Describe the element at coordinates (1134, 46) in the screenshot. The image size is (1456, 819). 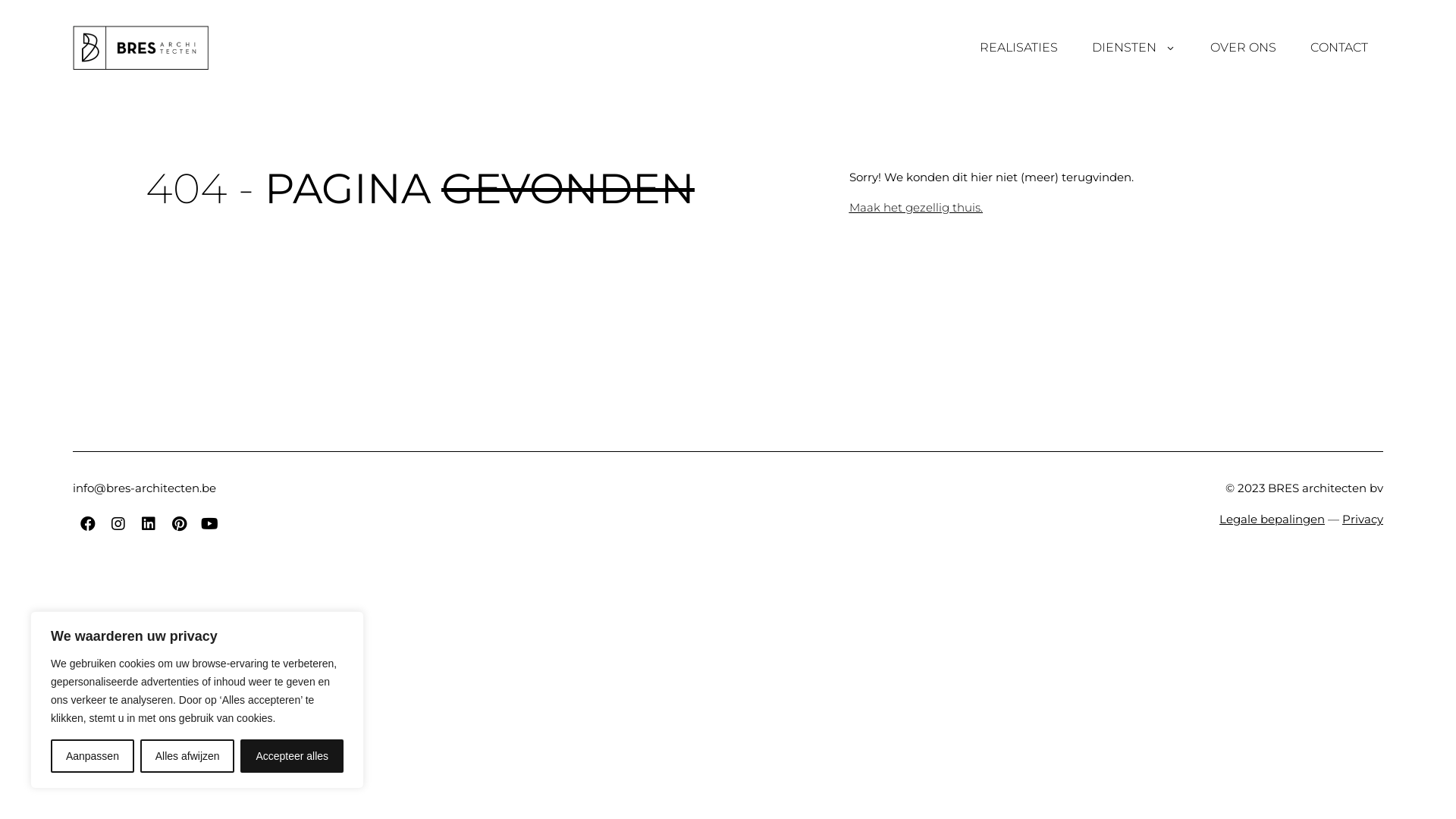
I see `'DIENSTEN'` at that location.